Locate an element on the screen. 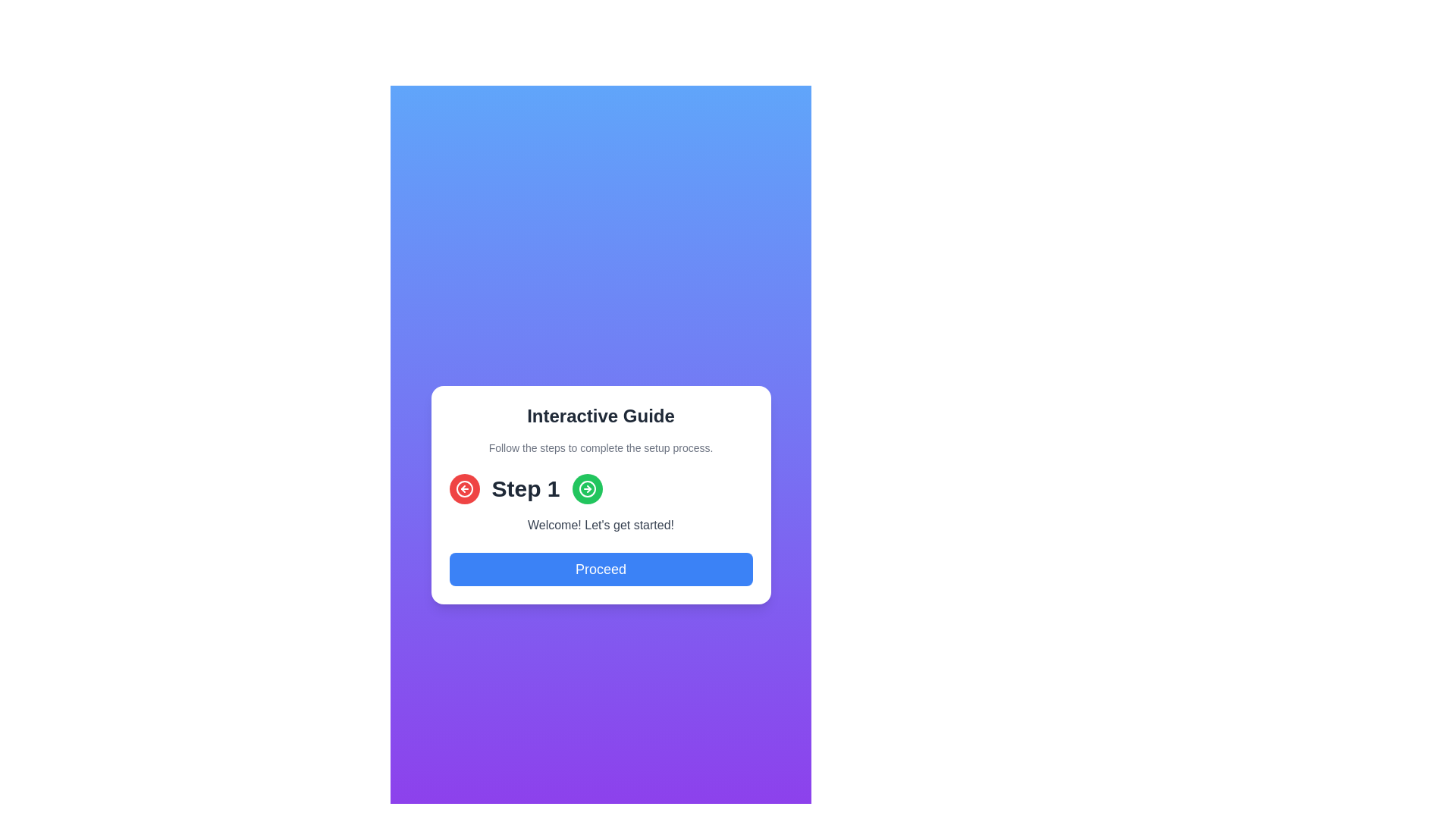 Image resolution: width=1456 pixels, height=819 pixels. the graphical icon component located on the left side of the main content area, near the Step 1 heading in the 'Interactive Guide' dialog box, by clicking on it is located at coordinates (463, 488).